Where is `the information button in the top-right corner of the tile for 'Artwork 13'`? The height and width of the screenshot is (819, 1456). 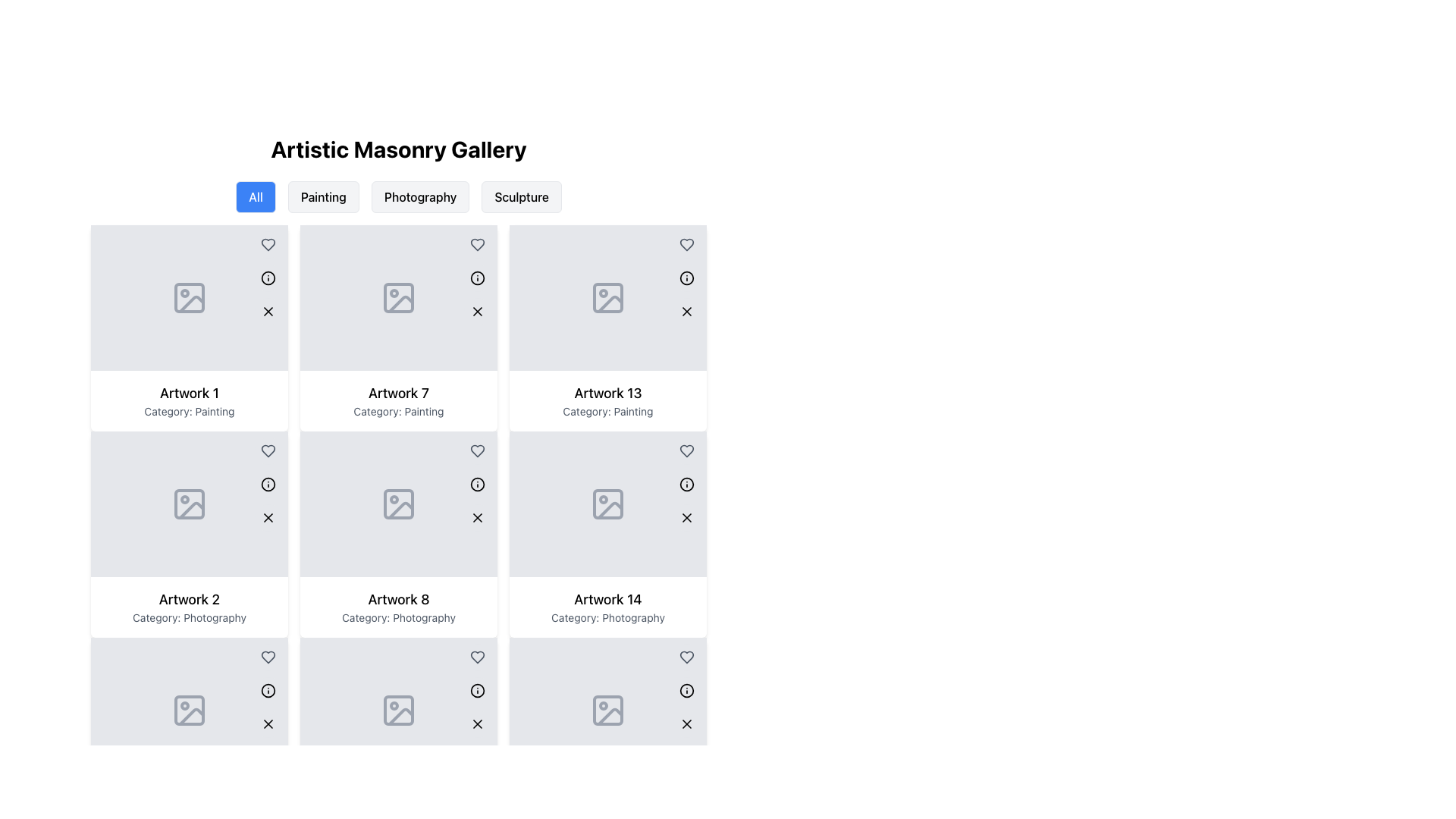 the information button in the top-right corner of the tile for 'Artwork 13' is located at coordinates (686, 278).